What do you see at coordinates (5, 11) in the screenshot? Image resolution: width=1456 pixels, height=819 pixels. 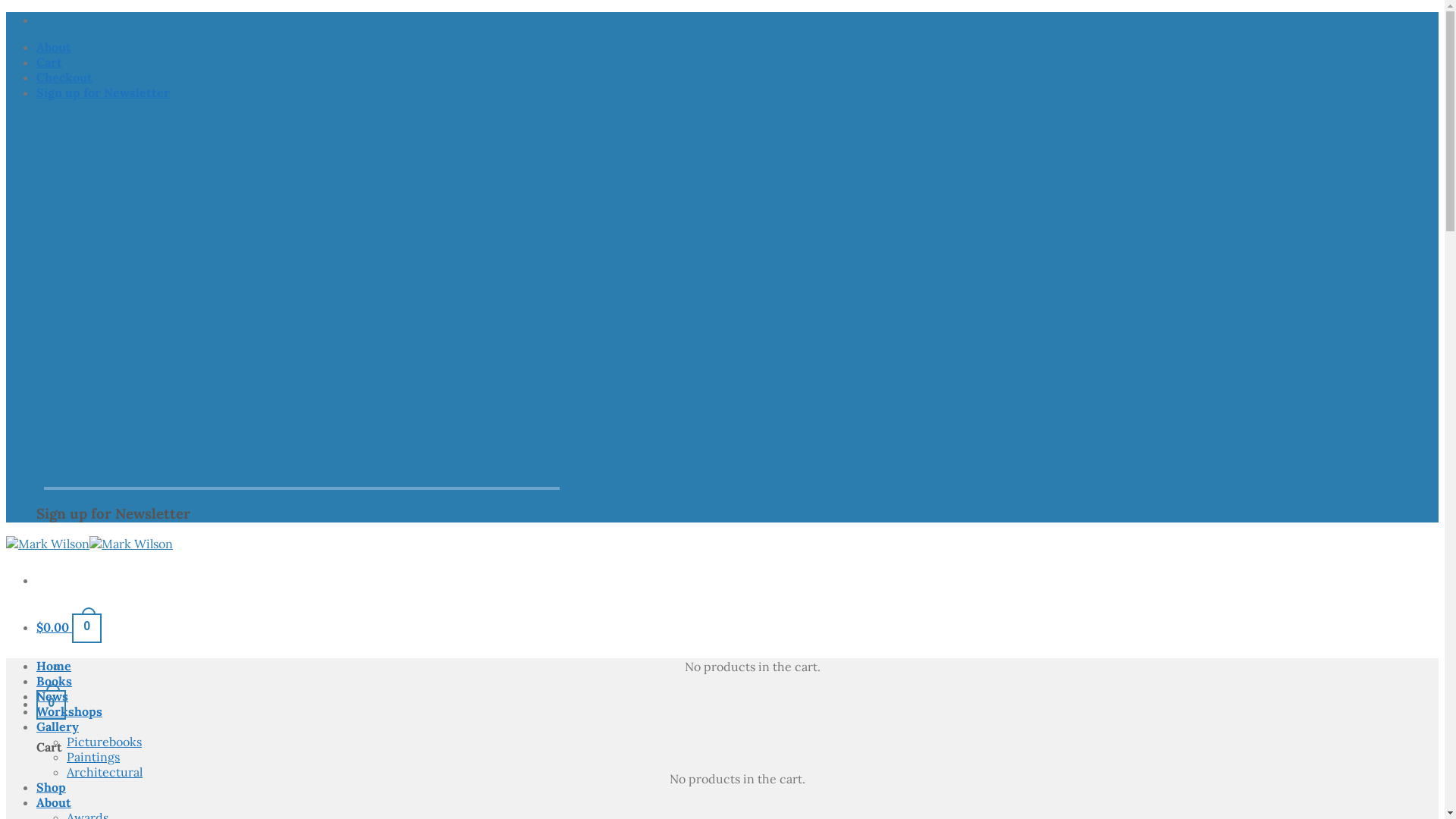 I see `'Skip to content'` at bounding box center [5, 11].